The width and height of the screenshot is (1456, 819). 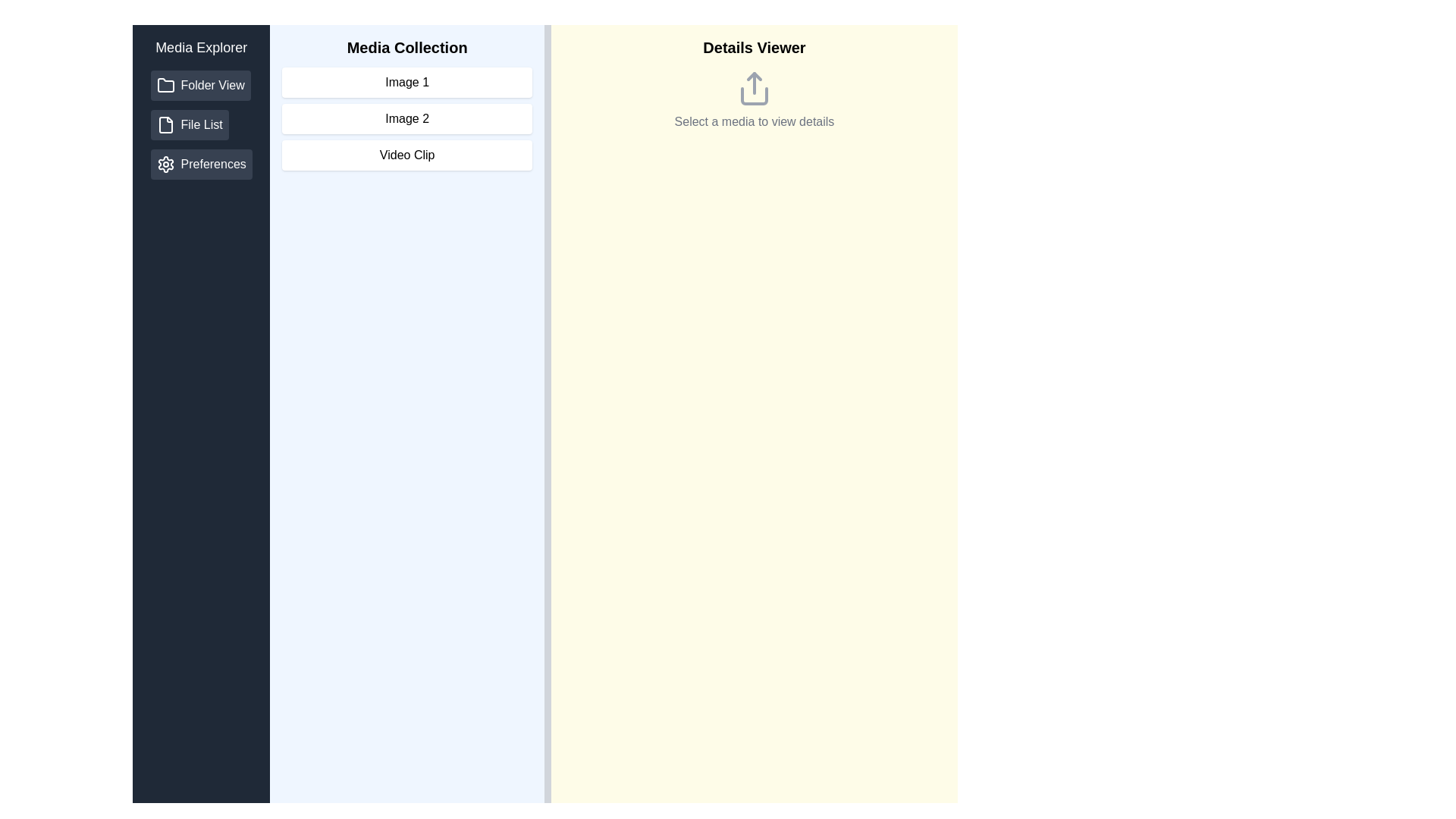 I want to click on the share icon, which is visually represented by an upward arrow and a box, located in the 'Details Viewer' section above the text 'Select a media, so click(x=754, y=88).